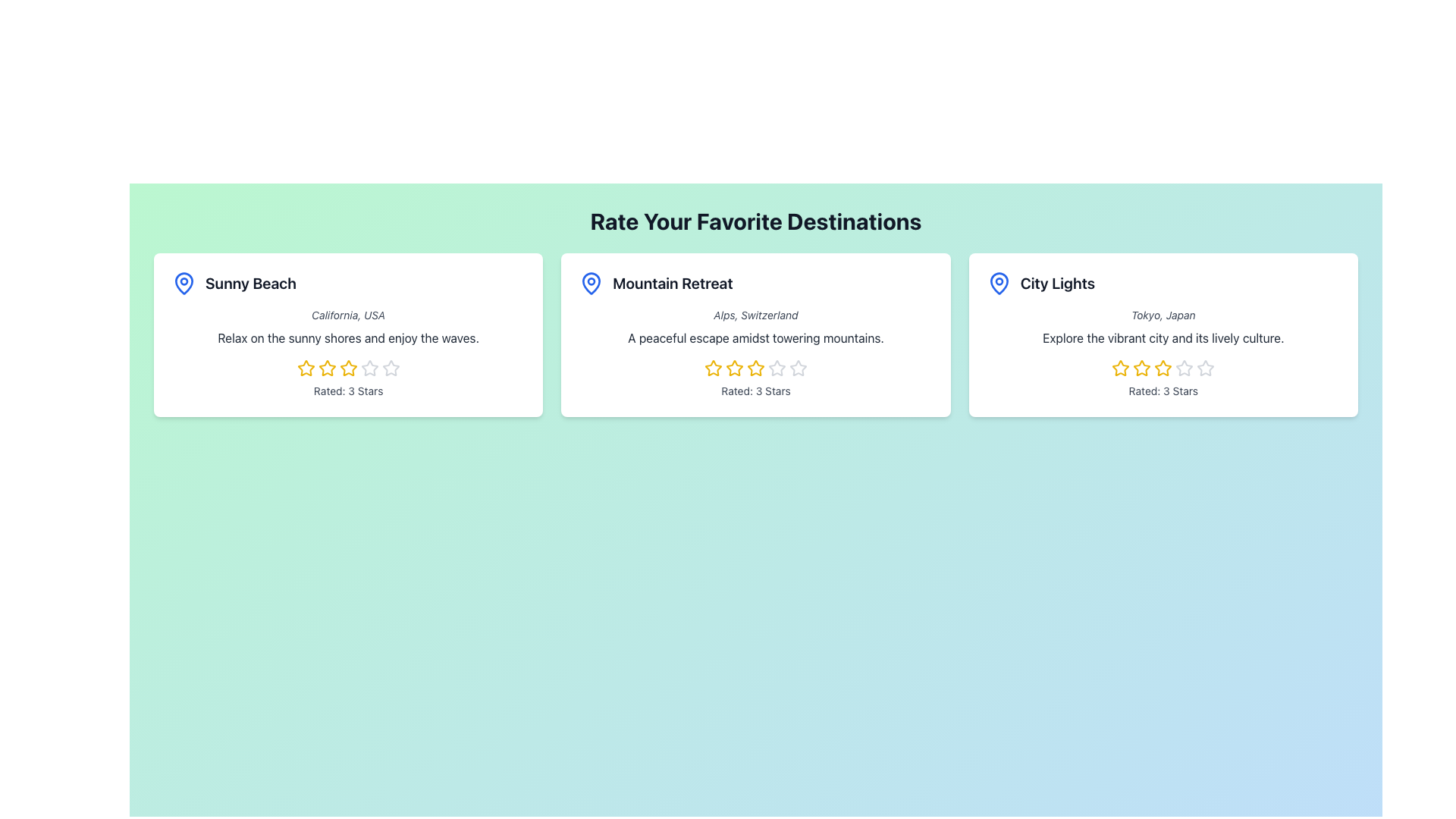 The height and width of the screenshot is (819, 1456). I want to click on the third yellow star icon in the rating system to set the rating, so click(326, 369).